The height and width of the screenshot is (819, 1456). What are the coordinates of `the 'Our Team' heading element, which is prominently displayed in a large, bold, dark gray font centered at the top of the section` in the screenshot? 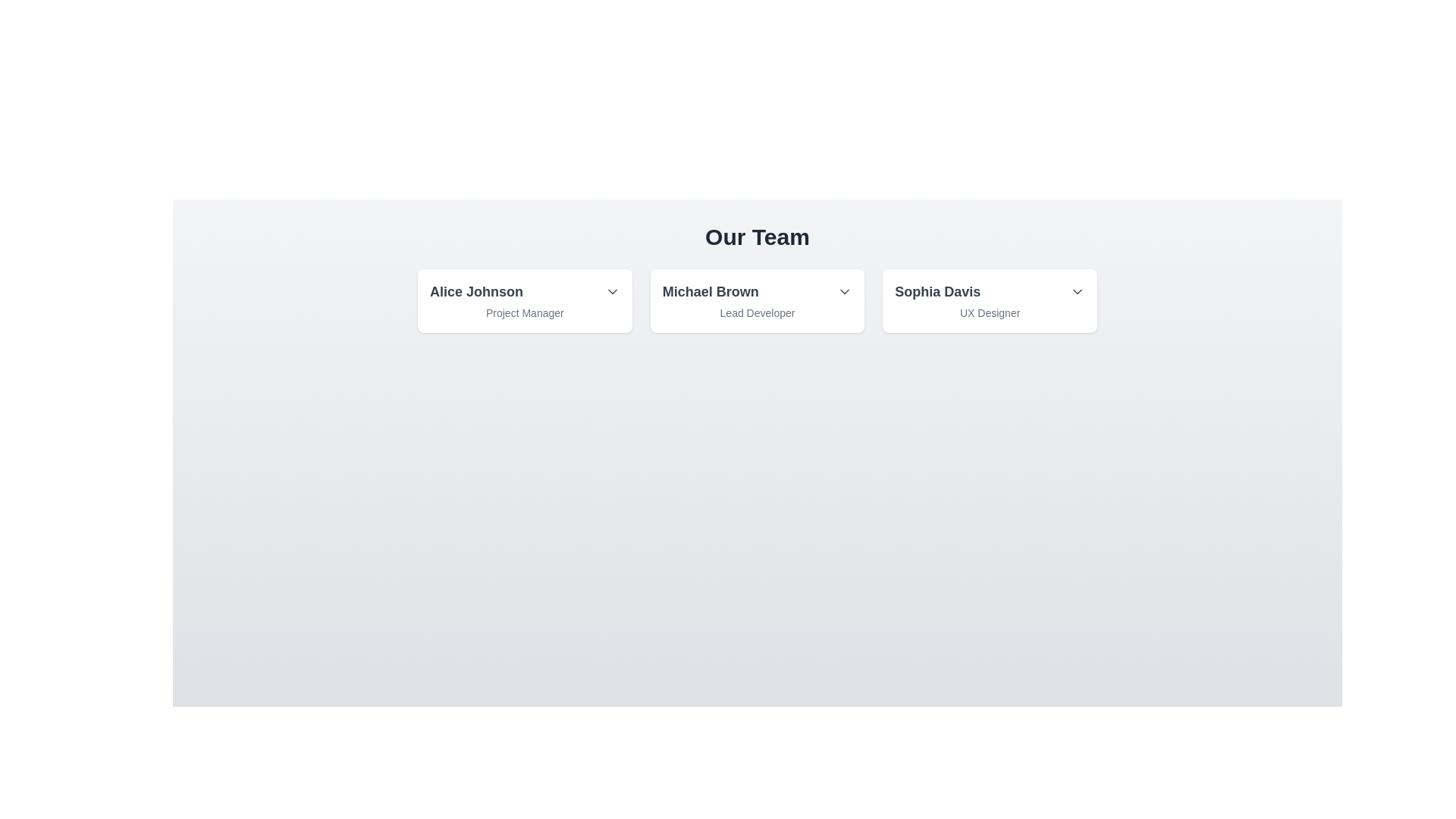 It's located at (757, 237).